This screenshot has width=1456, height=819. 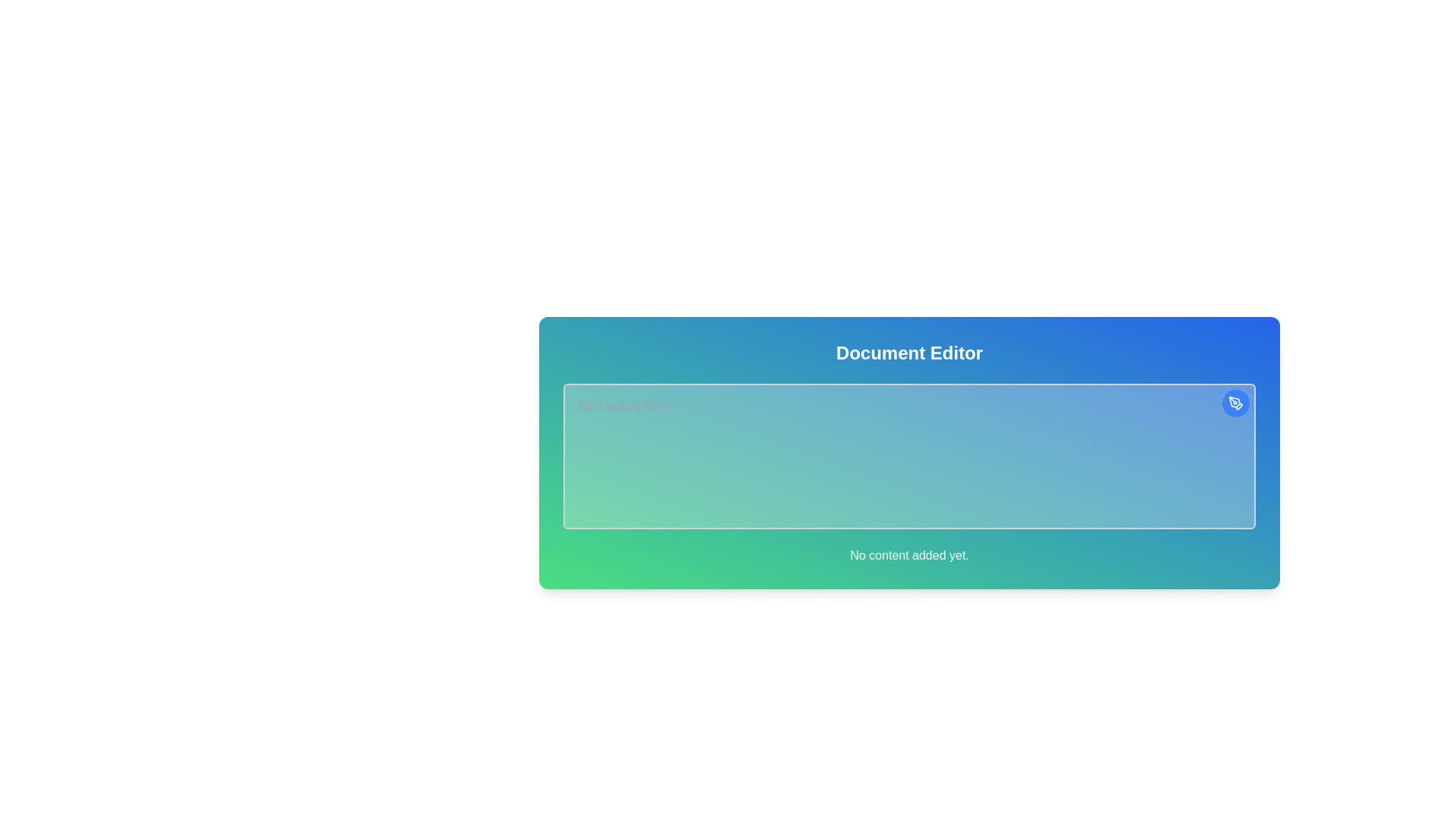 What do you see at coordinates (1236, 403) in the screenshot?
I see `the blue circular button with a white pen-shaped icon at its center, located in the top-right corner of the document editor` at bounding box center [1236, 403].